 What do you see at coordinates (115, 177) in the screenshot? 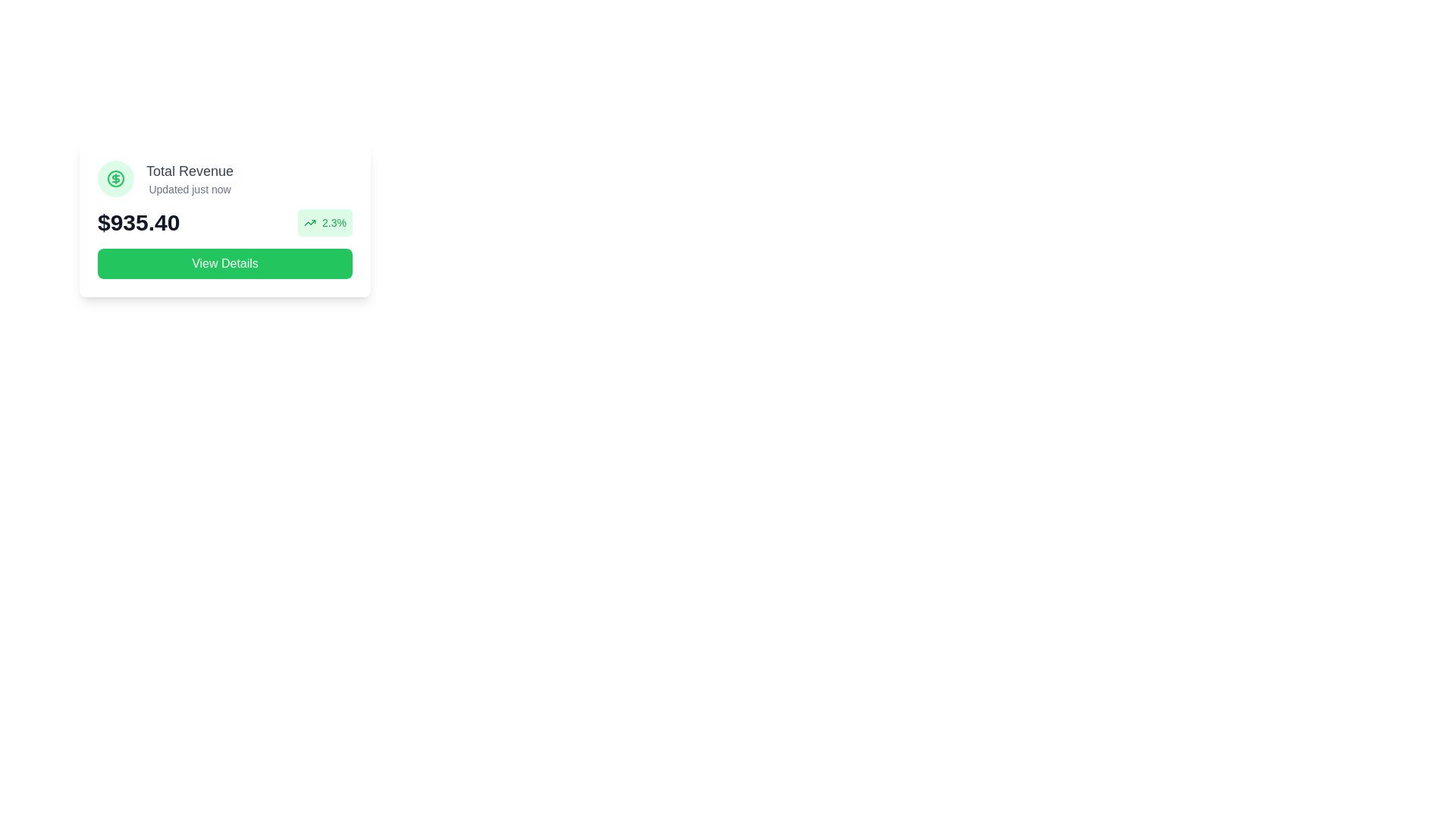
I see `the green circular SVG element located near the 'Total Revenue' label within the upper-left quadrant of the interface` at bounding box center [115, 177].